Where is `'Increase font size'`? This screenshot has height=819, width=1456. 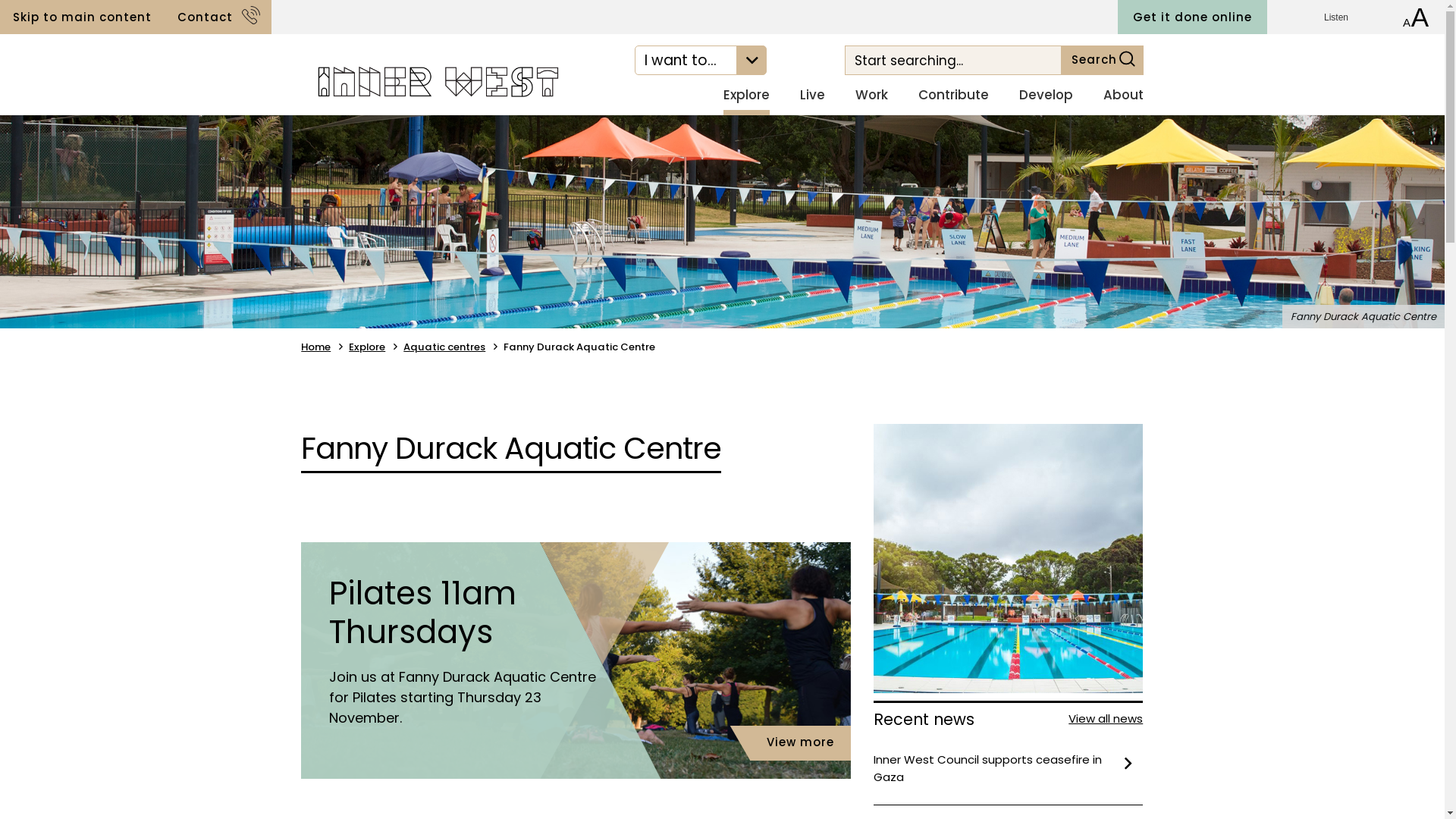
'Increase font size' is located at coordinates (1419, 17).